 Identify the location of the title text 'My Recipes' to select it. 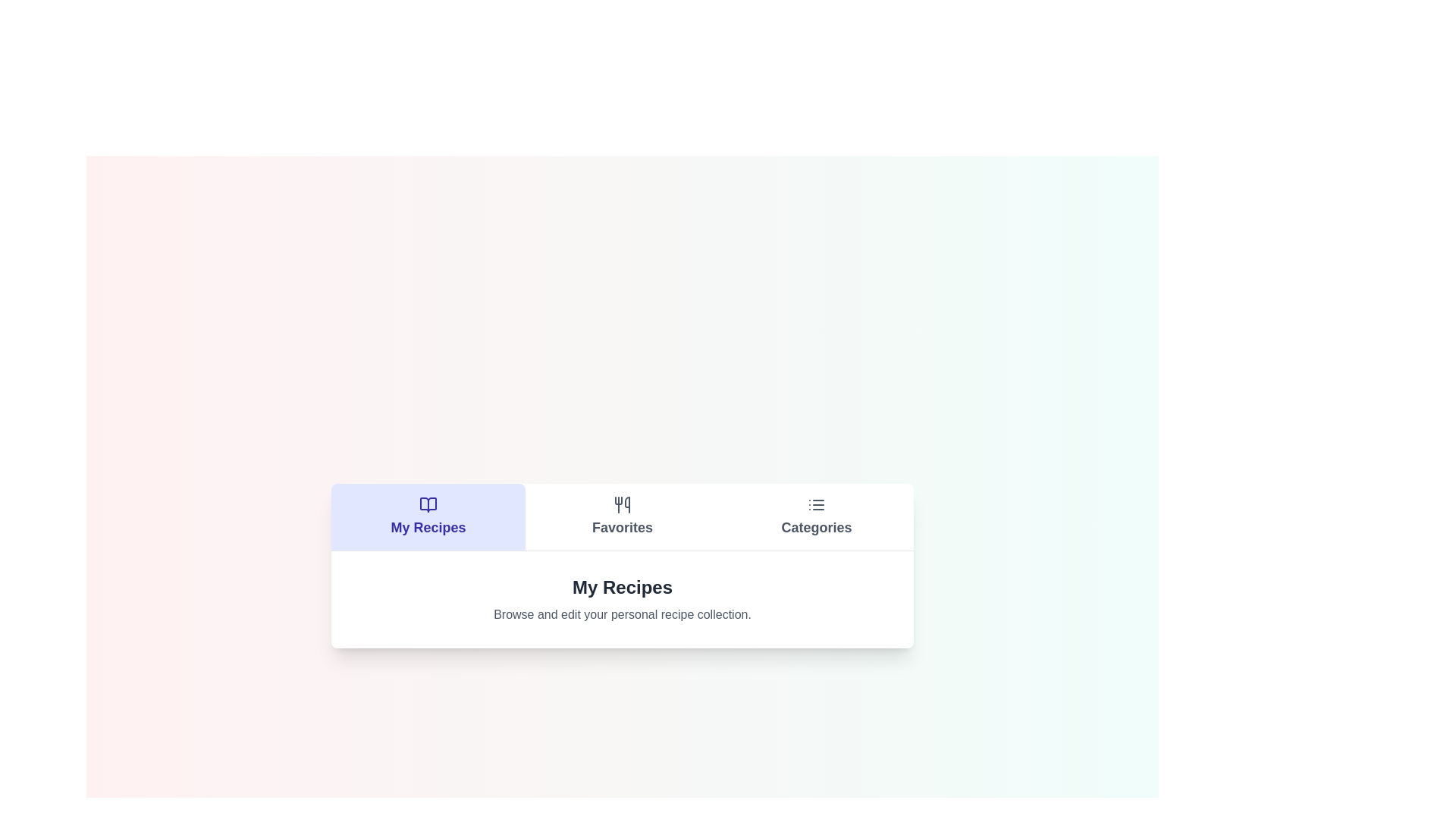
(622, 586).